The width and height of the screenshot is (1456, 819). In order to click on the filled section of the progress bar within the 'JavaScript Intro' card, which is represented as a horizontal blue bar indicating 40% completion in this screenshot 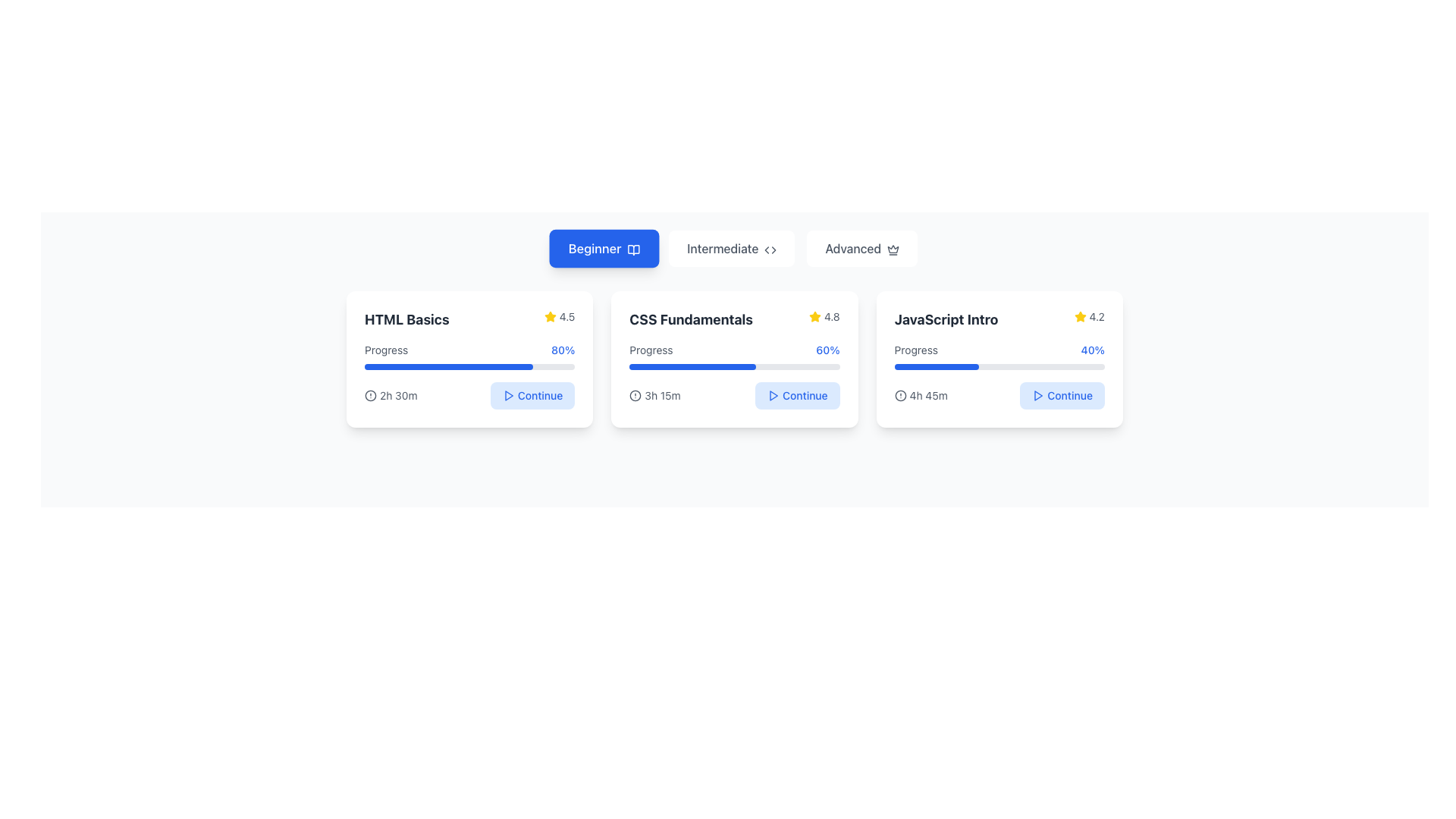, I will do `click(936, 366)`.